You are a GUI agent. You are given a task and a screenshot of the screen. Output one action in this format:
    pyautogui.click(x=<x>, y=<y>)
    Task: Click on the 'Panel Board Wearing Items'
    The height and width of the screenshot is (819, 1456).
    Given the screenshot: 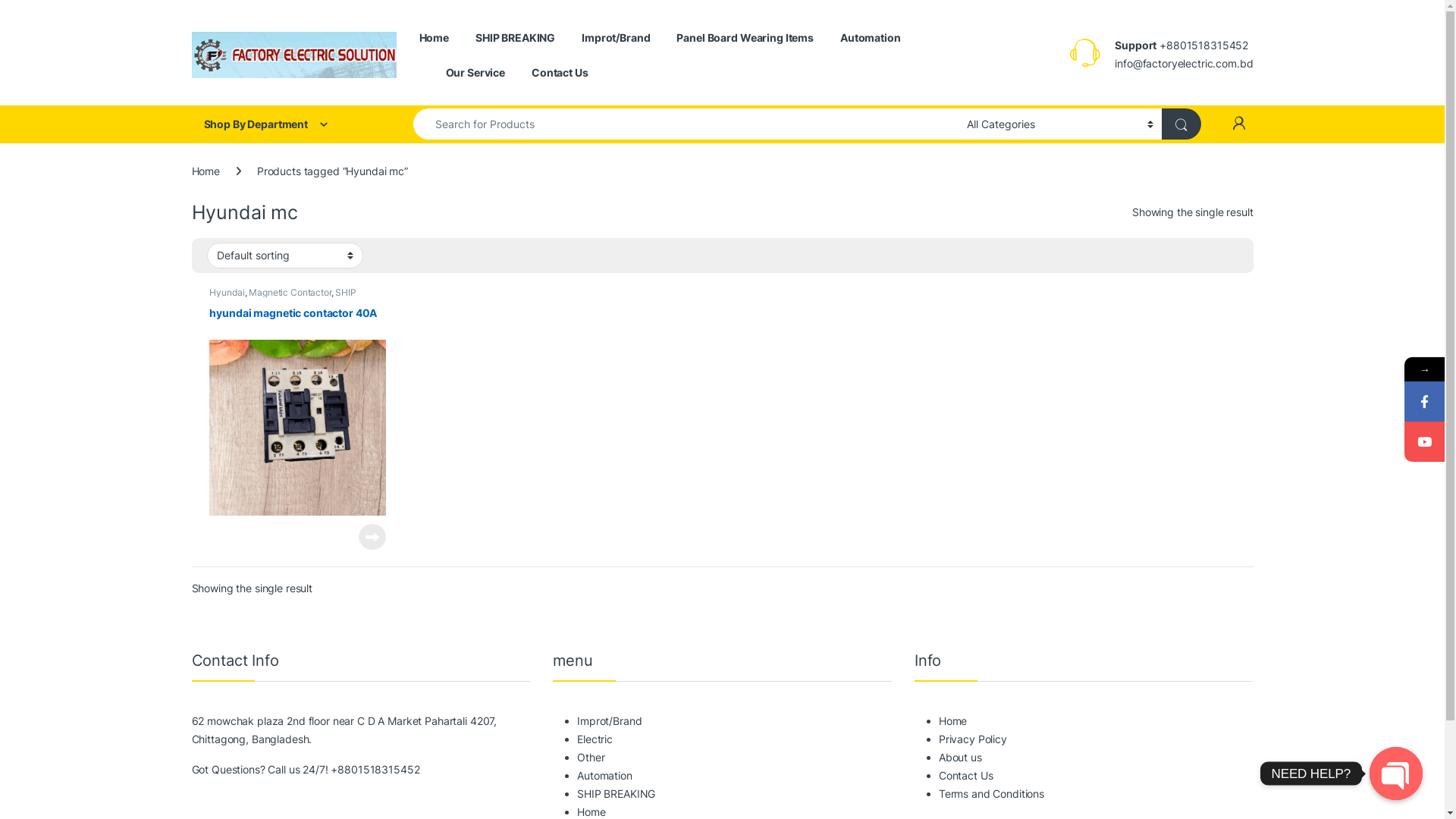 What is the action you would take?
    pyautogui.click(x=745, y=37)
    